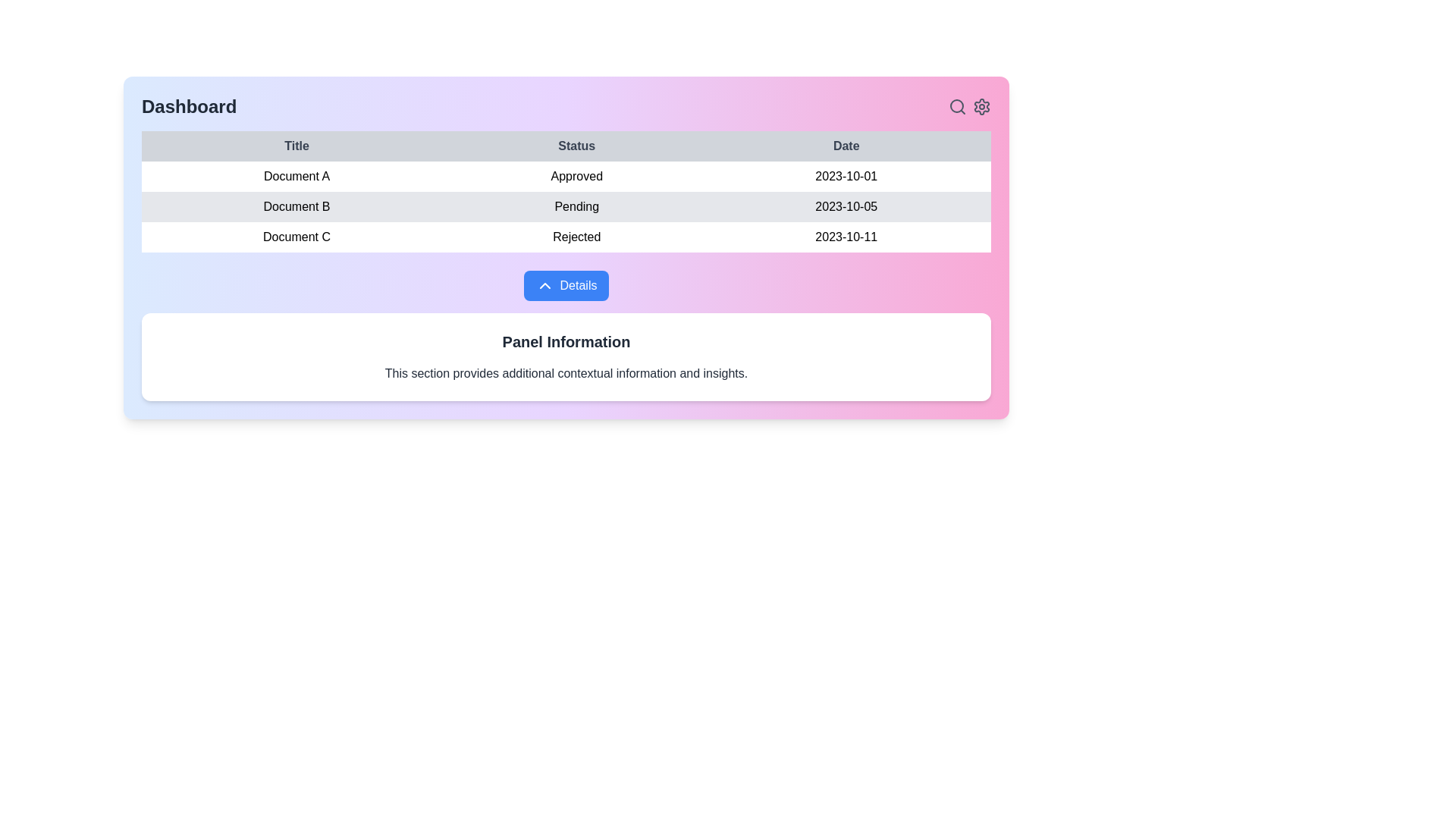 Image resolution: width=1456 pixels, height=819 pixels. I want to click on the text heading that serves as a title for the interface section, which is positioned at the top left of the card-like structure, so click(188, 106).